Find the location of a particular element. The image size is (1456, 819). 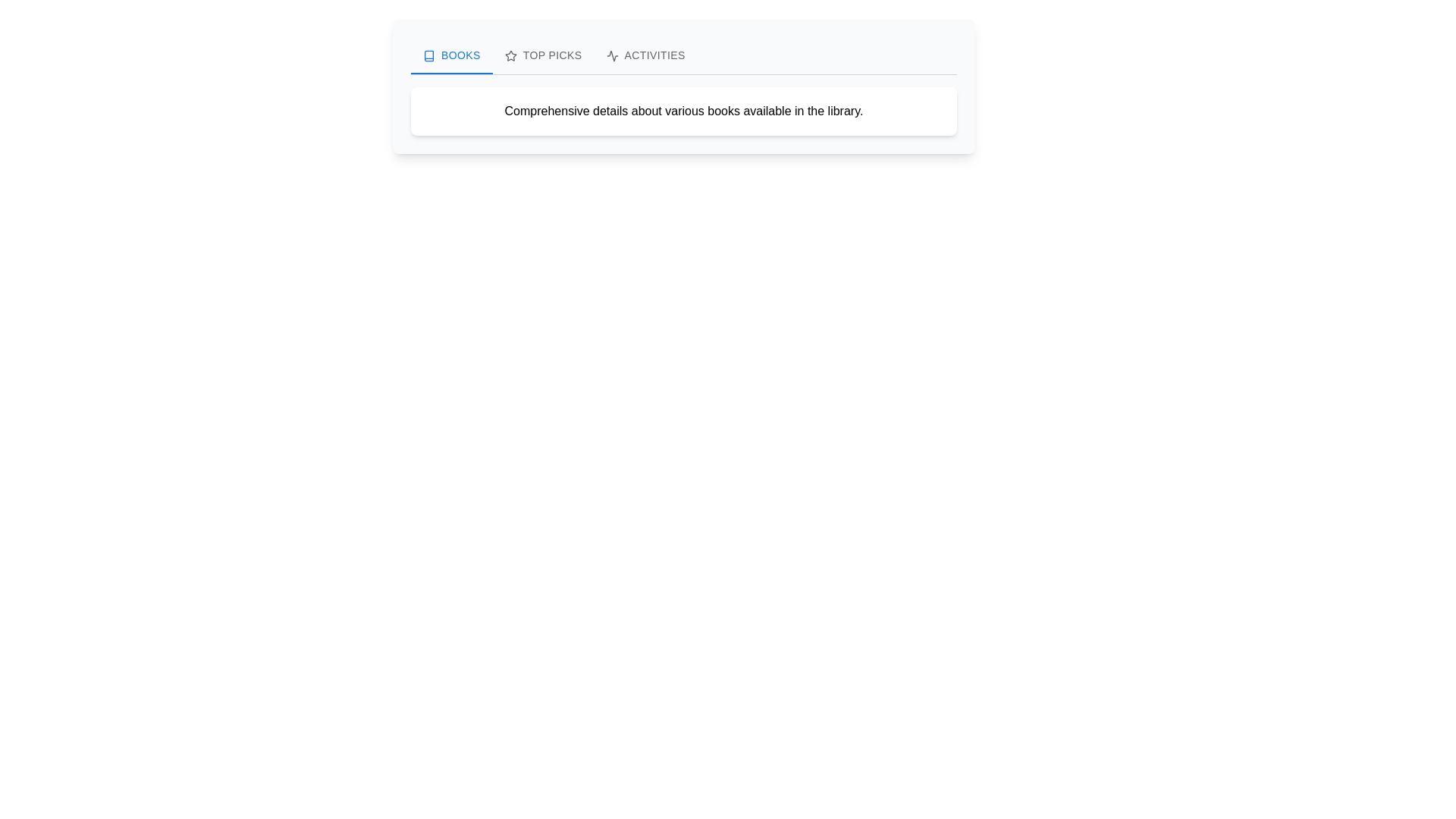

the 'Books' icon in the navigation bar, which is the first icon representing the 'Books' section located in the top-left quadrant of the interface is located at coordinates (428, 55).